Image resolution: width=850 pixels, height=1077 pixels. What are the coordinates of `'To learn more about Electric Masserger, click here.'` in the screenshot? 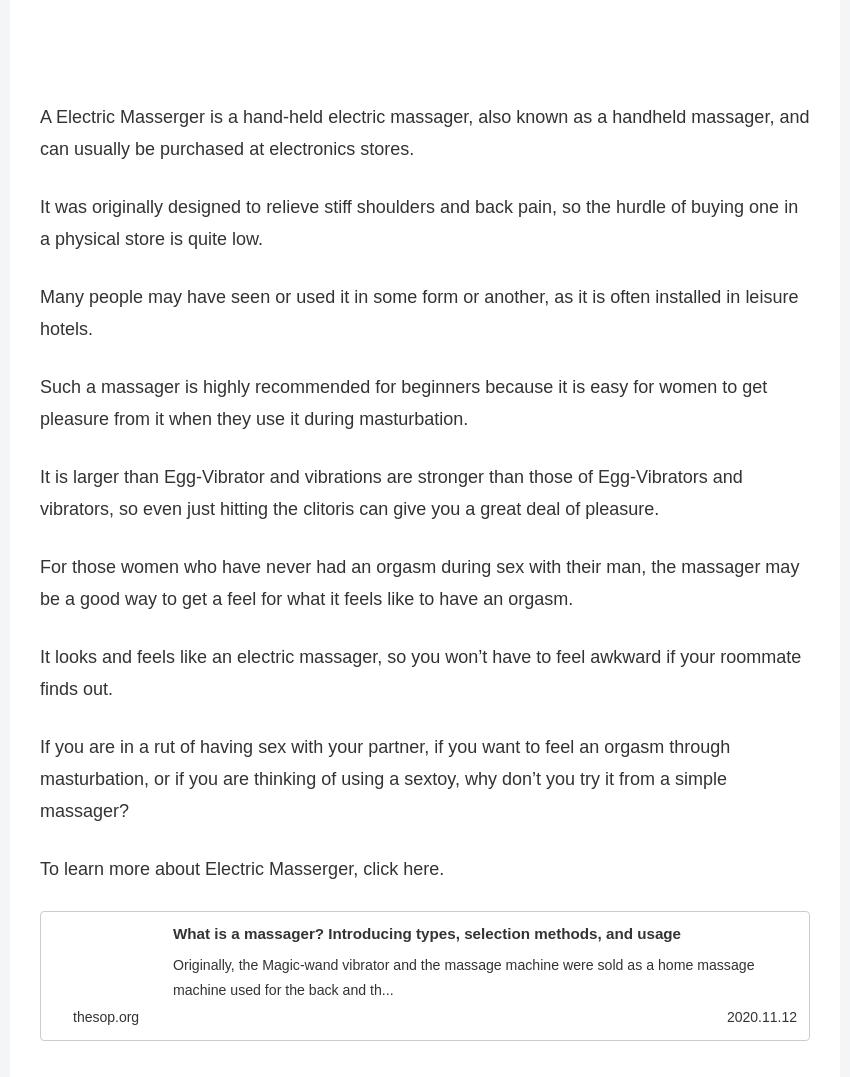 It's located at (39, 877).